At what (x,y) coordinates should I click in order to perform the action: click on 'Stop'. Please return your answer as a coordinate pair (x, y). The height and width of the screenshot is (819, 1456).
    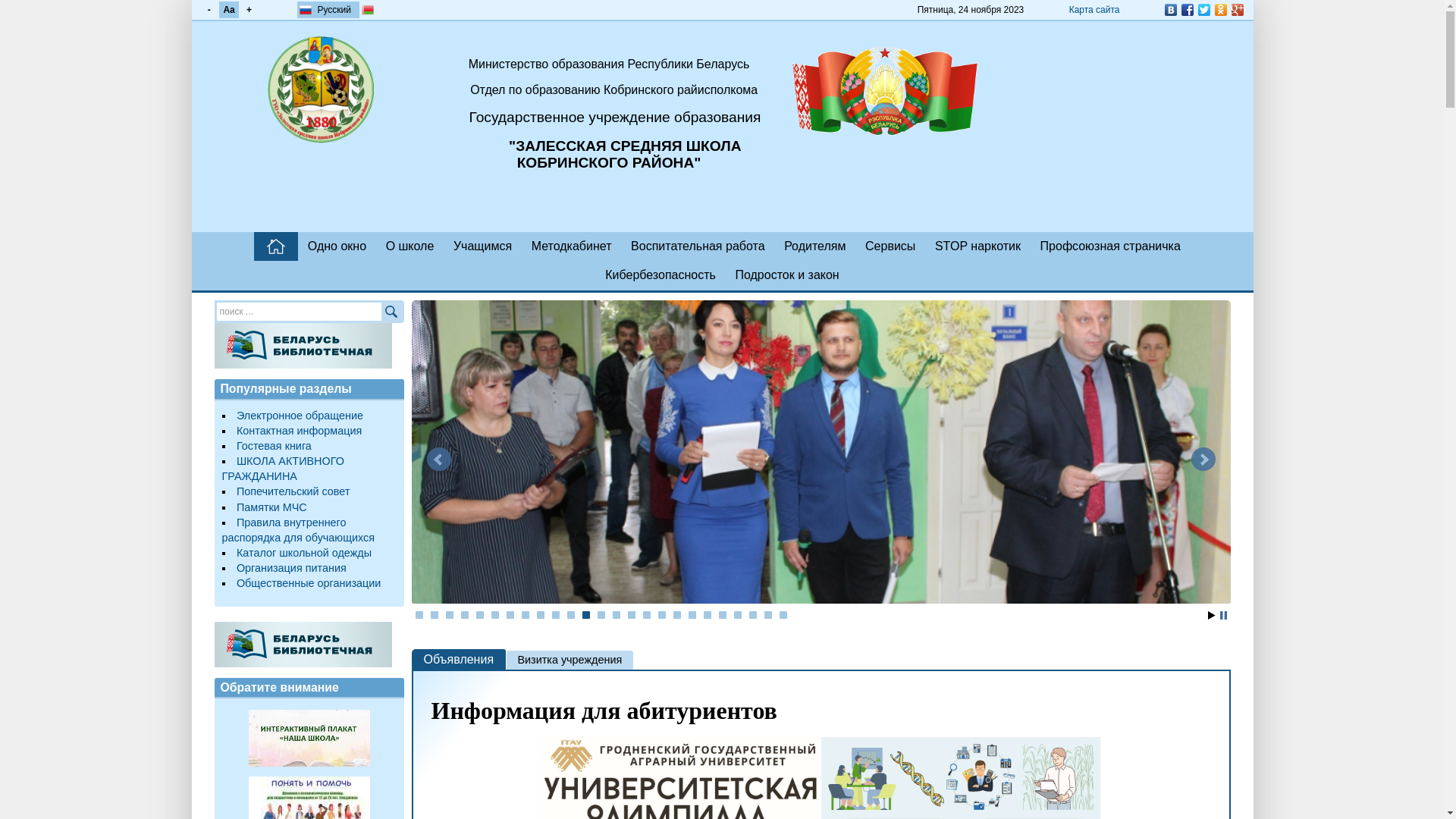
    Looking at the image, I should click on (1219, 615).